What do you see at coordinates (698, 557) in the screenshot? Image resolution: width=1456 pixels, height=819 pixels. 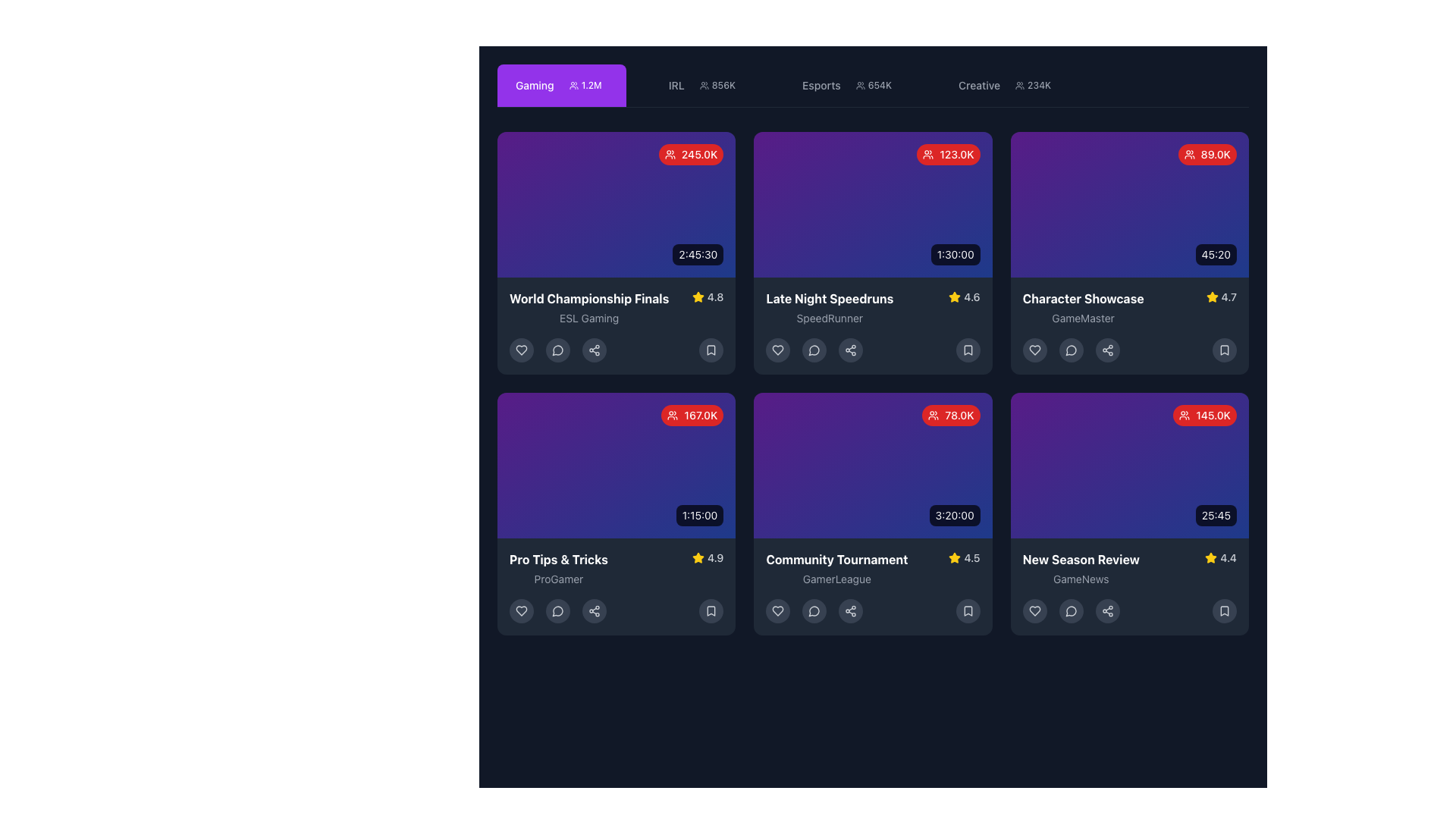 I see `the vibrant yellow five-point star icon located at the top right corner of the 'Late Night Speedruns' card for interactions` at bounding box center [698, 557].